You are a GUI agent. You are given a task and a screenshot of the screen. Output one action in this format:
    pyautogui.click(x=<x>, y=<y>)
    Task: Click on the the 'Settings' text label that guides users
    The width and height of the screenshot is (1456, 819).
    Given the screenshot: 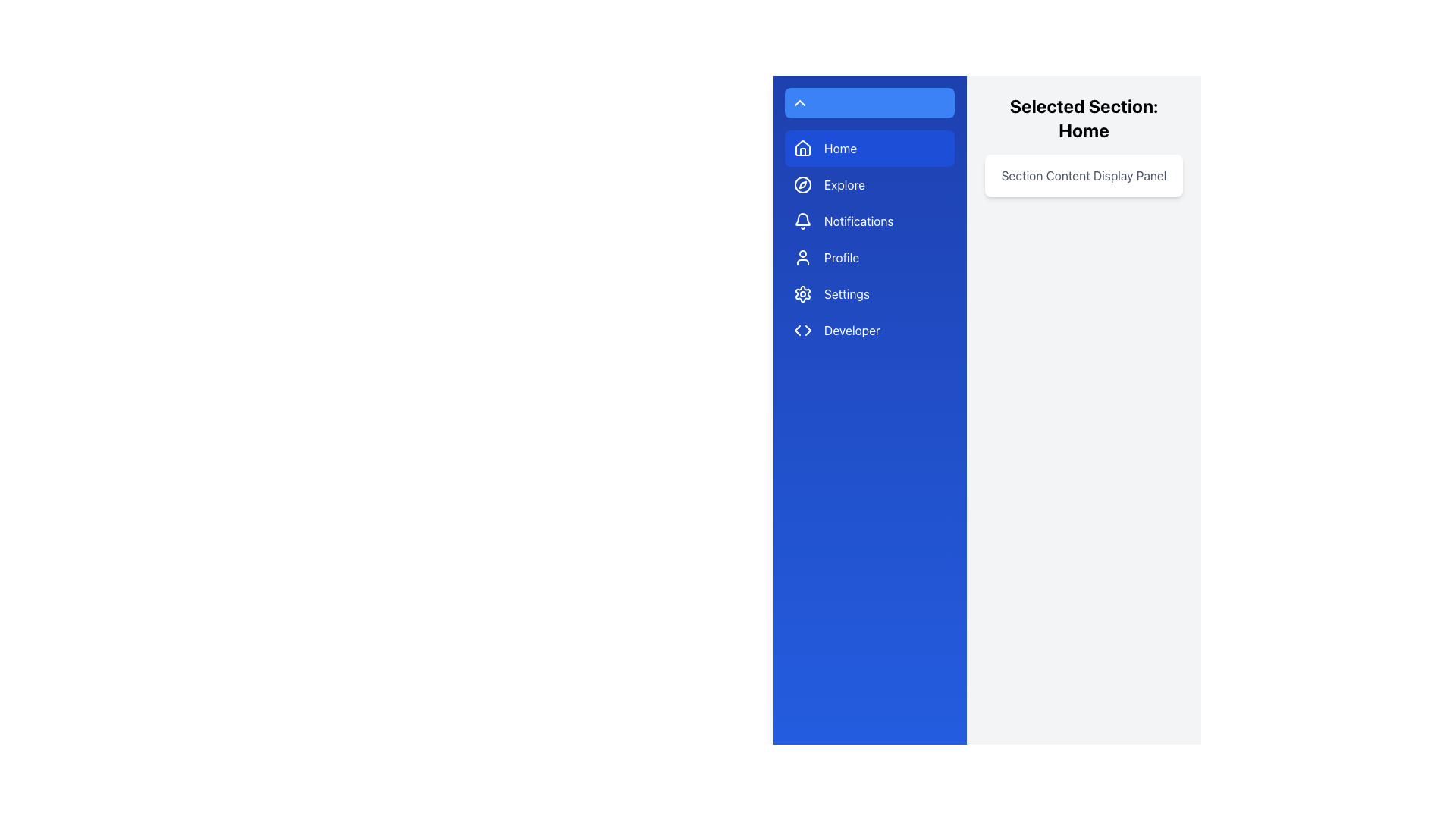 What is the action you would take?
    pyautogui.click(x=846, y=294)
    